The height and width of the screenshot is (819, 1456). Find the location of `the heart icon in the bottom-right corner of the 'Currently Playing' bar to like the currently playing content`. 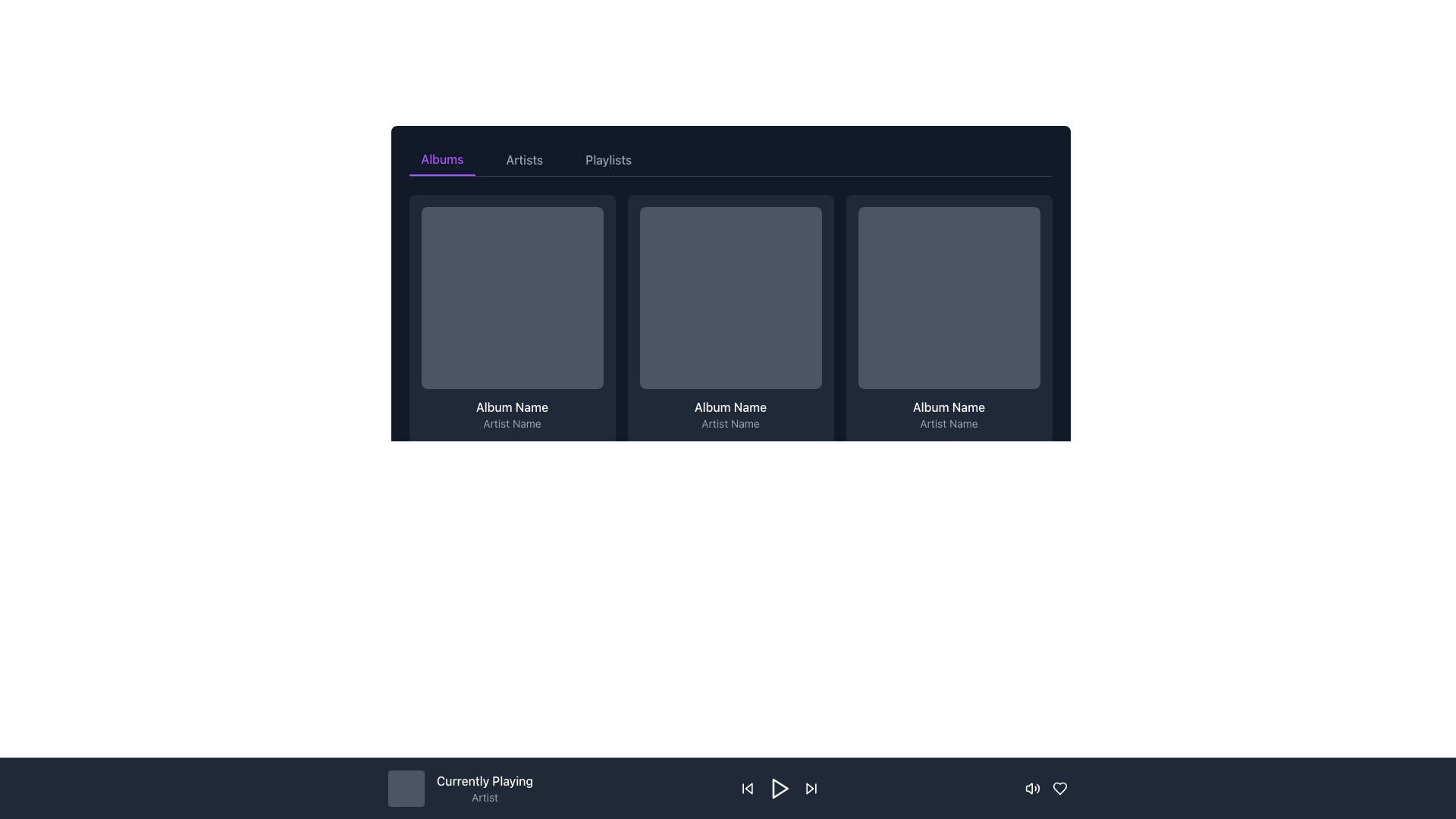

the heart icon in the bottom-right corner of the 'Currently Playing' bar to like the currently playing content is located at coordinates (1045, 788).